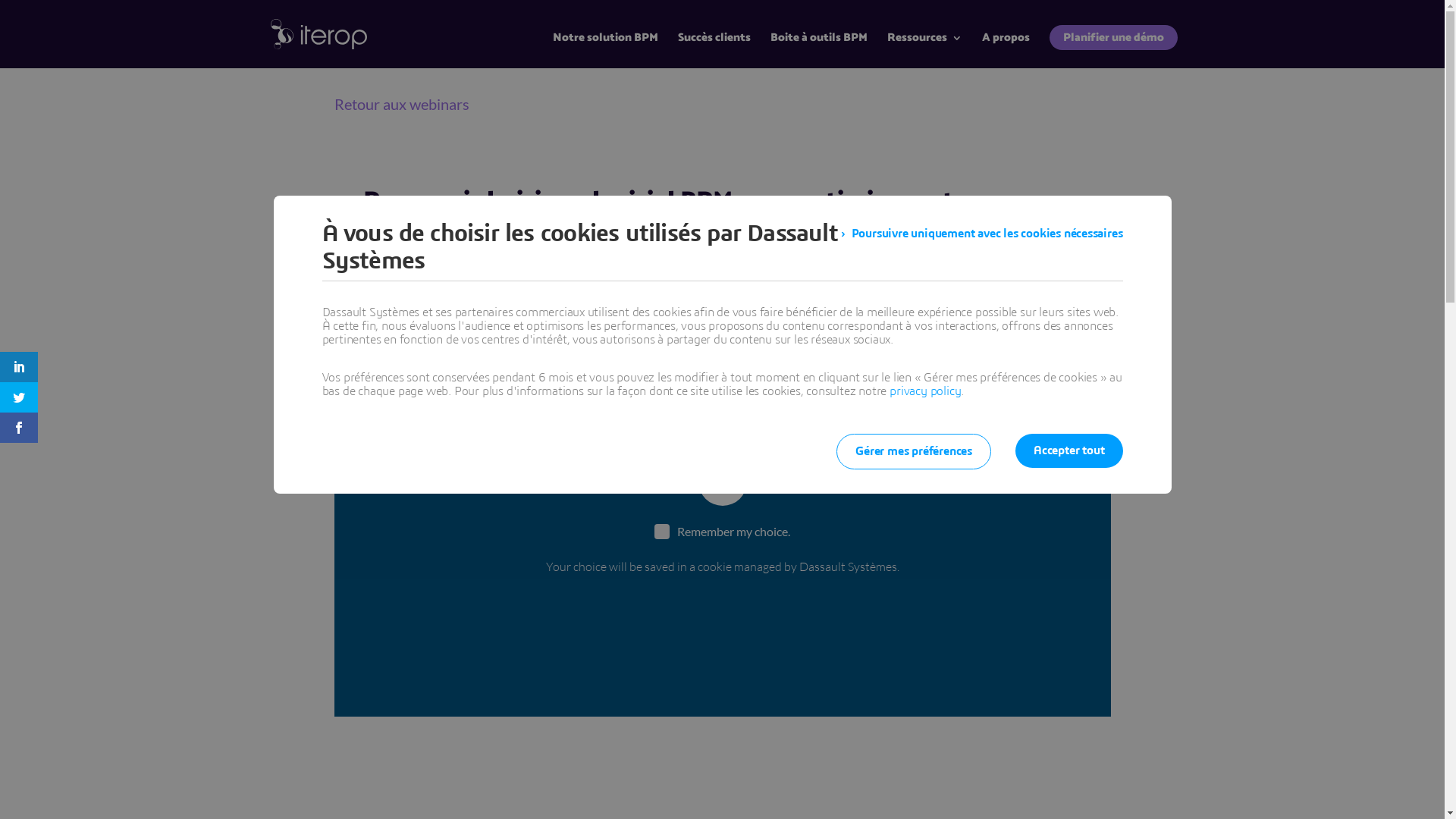 This screenshot has height=819, width=1456. What do you see at coordinates (400, 103) in the screenshot?
I see `'Retour aux webinars'` at bounding box center [400, 103].